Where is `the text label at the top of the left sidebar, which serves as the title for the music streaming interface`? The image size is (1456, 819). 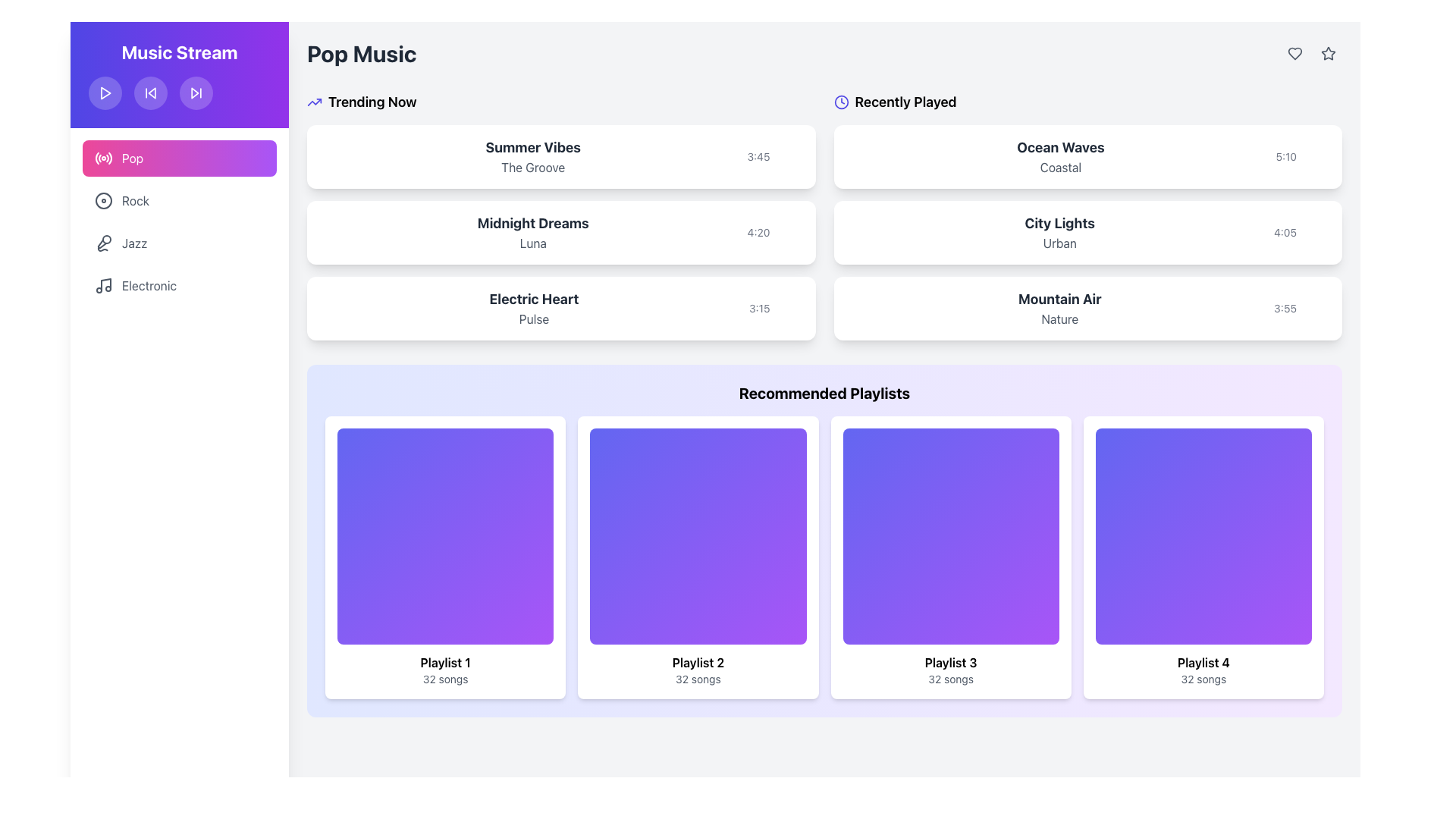 the text label at the top of the left sidebar, which serves as the title for the music streaming interface is located at coordinates (179, 52).